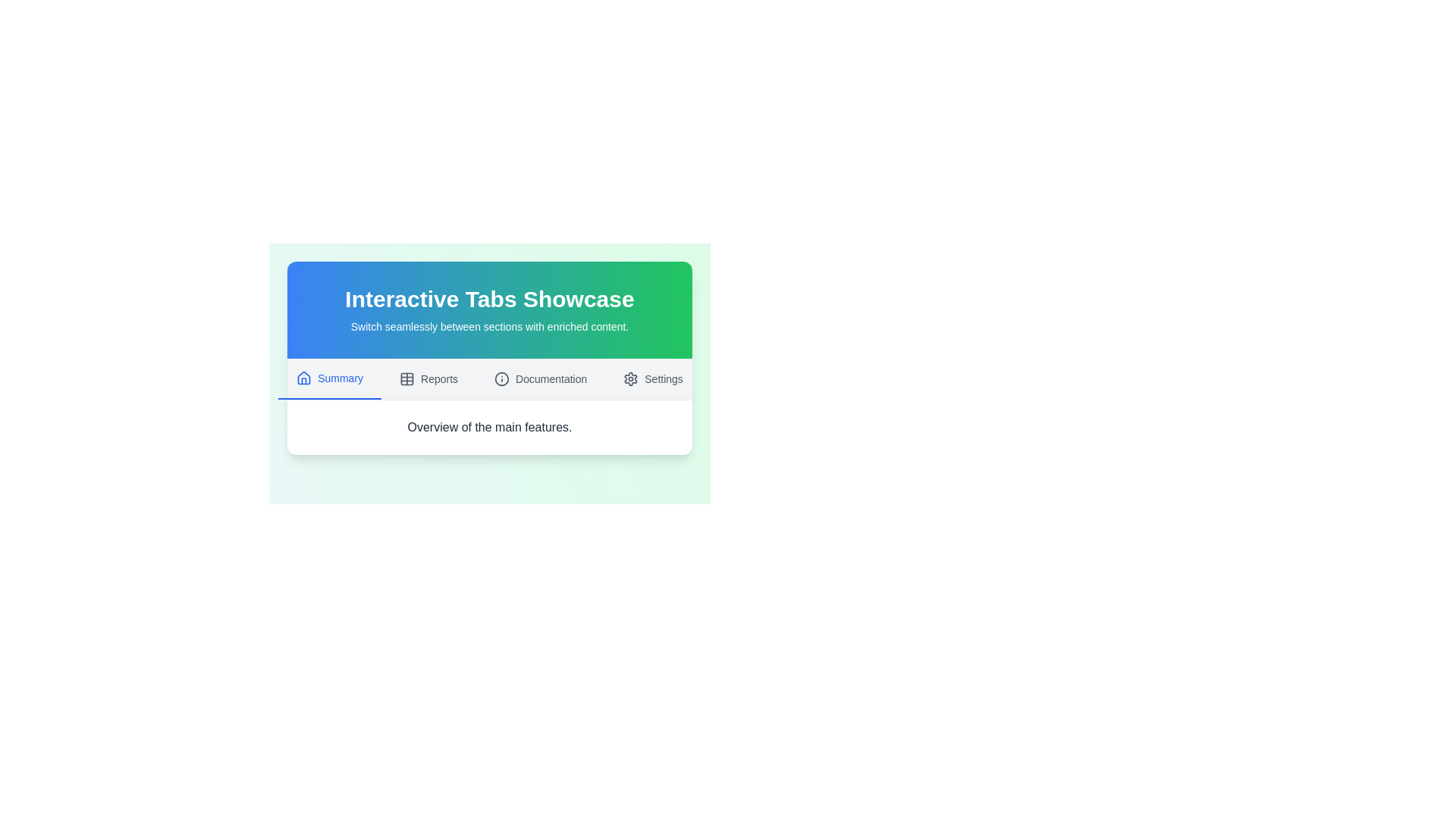 The width and height of the screenshot is (1456, 819). Describe the element at coordinates (653, 378) in the screenshot. I see `the 'Settings' navigation tab, which is the fourth item in the horizontal navigation bar` at that location.